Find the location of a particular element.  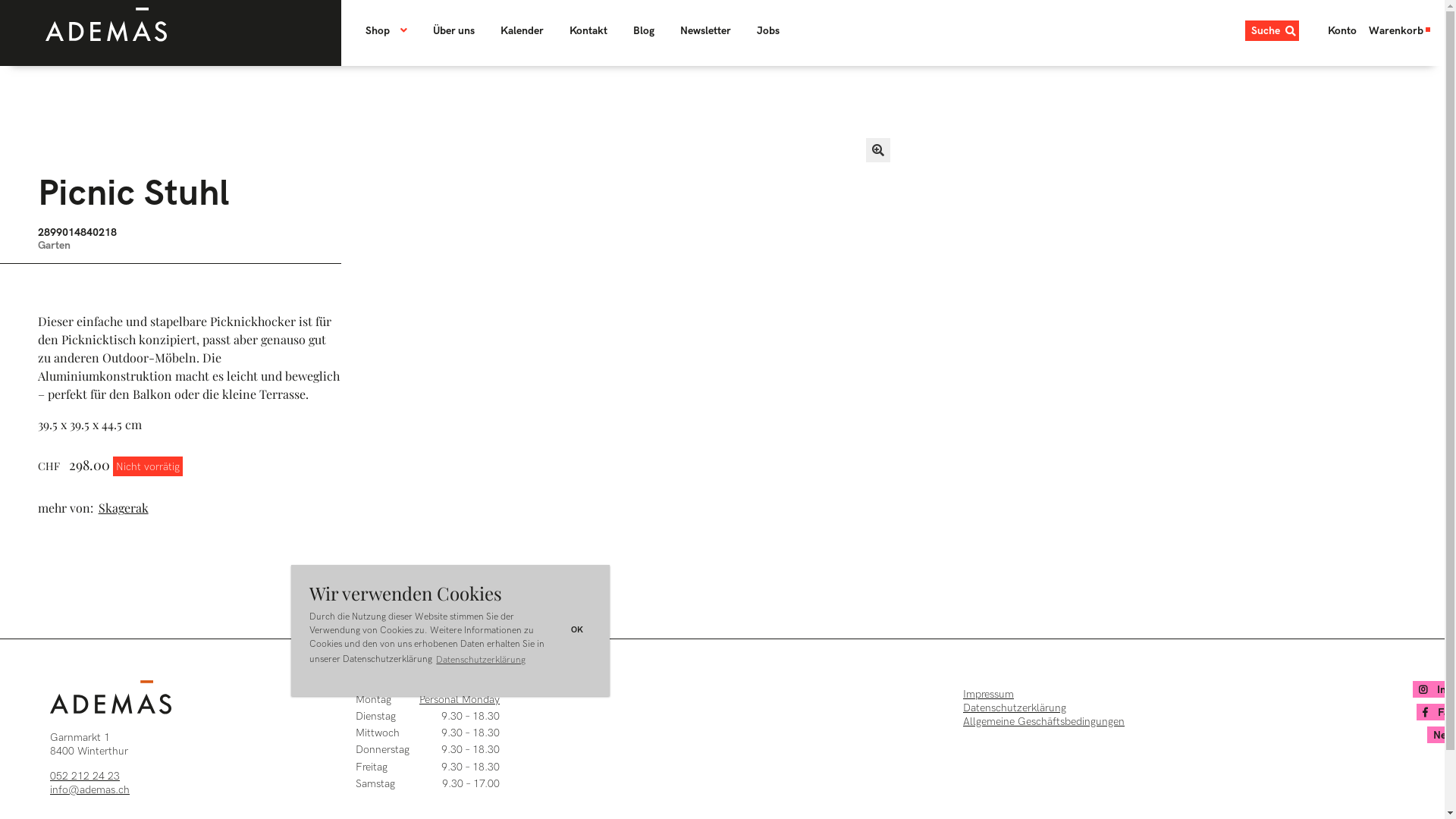

'052 212 24 23' is located at coordinates (83, 775).